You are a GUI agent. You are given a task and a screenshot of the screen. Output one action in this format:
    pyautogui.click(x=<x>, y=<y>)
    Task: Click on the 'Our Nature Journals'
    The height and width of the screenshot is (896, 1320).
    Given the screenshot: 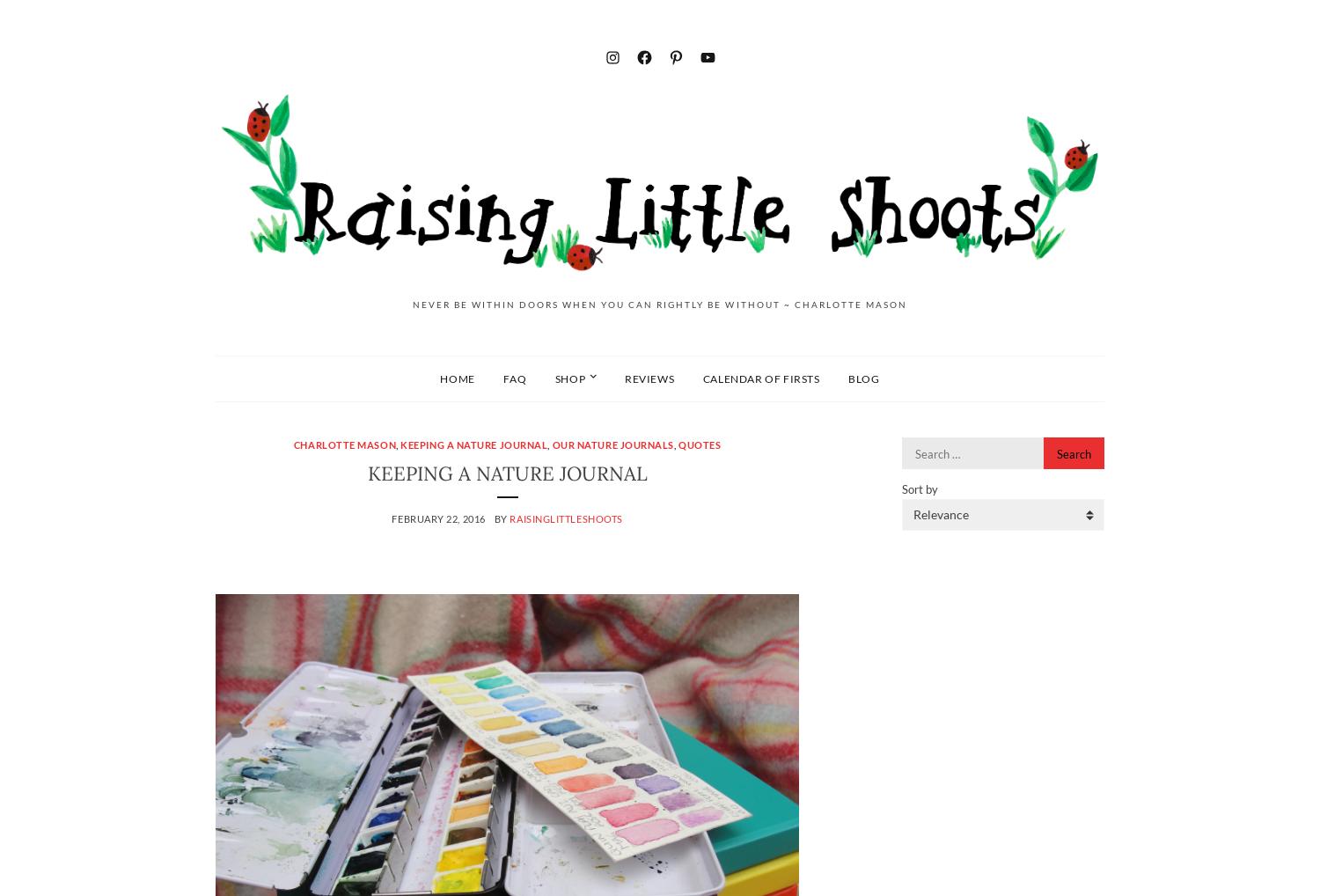 What is the action you would take?
    pyautogui.click(x=612, y=444)
    